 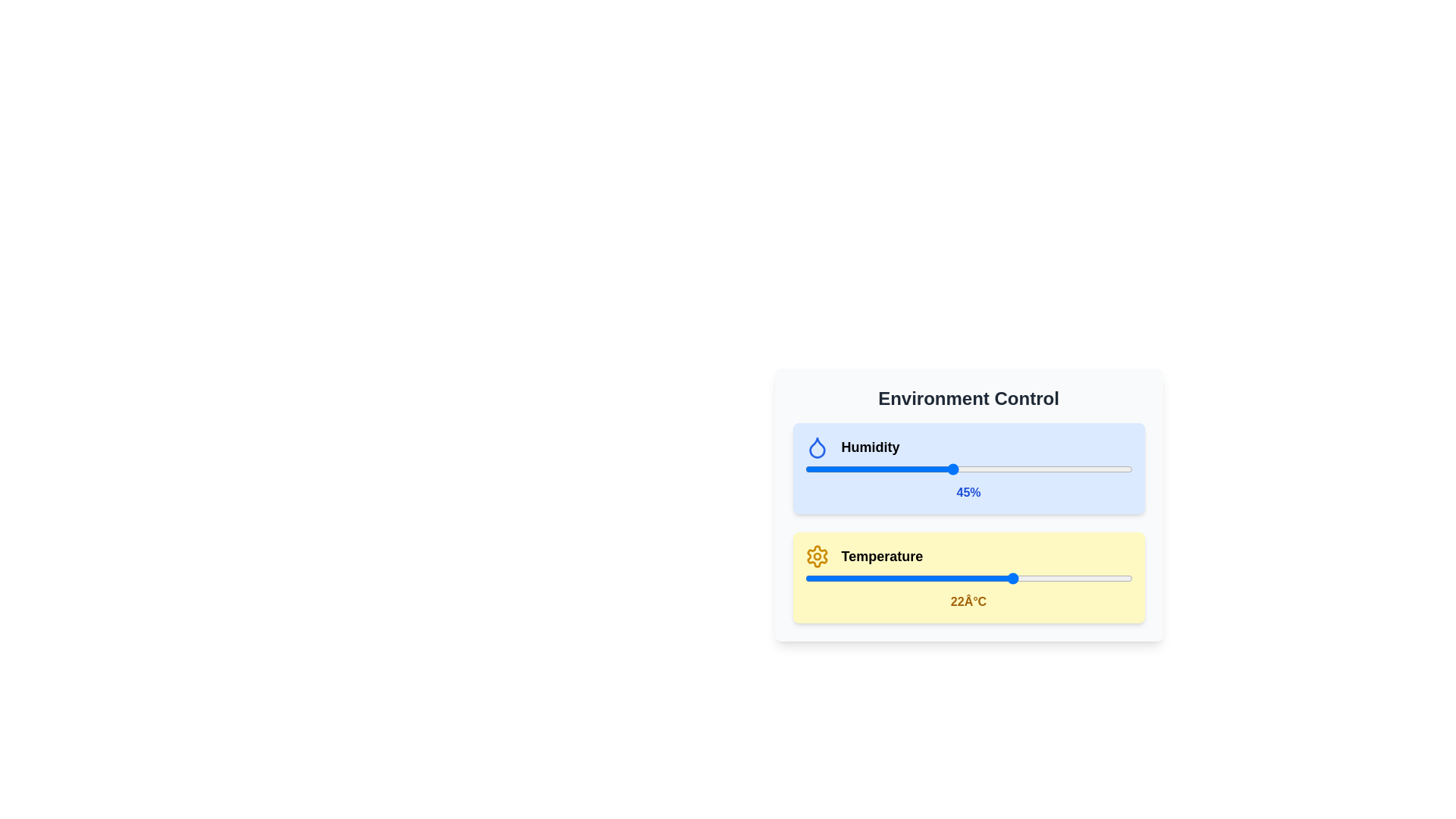 What do you see at coordinates (903, 579) in the screenshot?
I see `the temperature slider to set the temperature to 5 degrees Celsius` at bounding box center [903, 579].